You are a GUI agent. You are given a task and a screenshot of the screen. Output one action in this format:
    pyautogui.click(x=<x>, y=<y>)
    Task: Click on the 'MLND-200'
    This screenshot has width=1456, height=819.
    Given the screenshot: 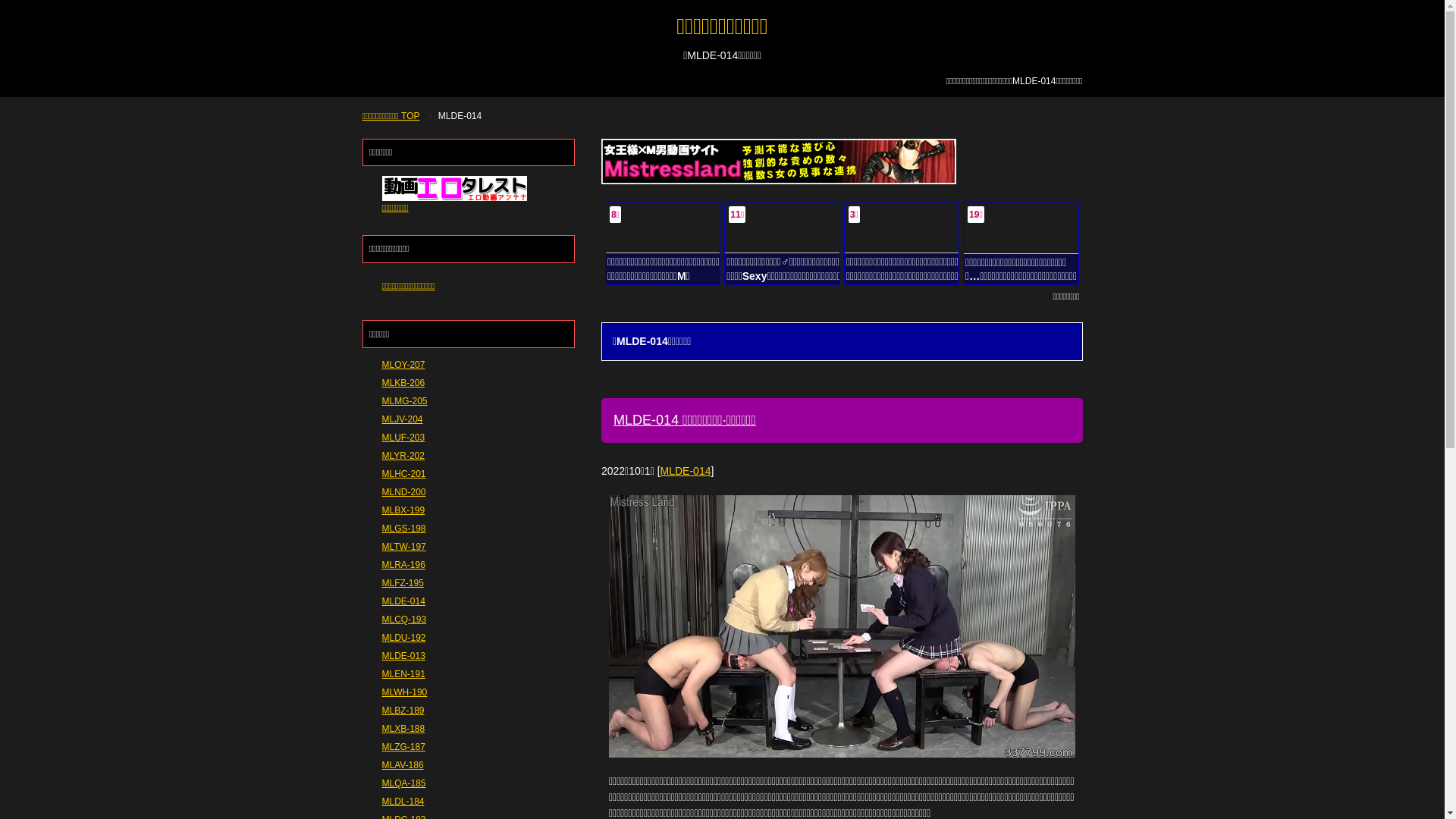 What is the action you would take?
    pyautogui.click(x=403, y=491)
    